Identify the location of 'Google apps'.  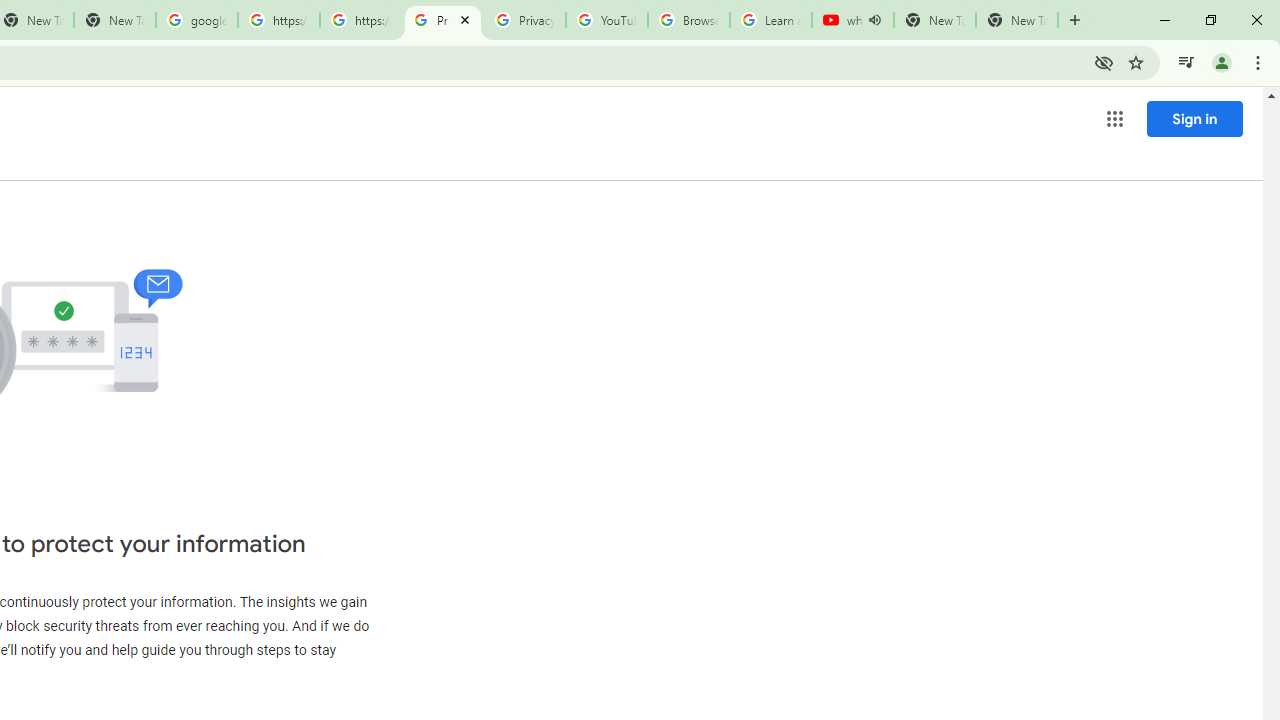
(1113, 119).